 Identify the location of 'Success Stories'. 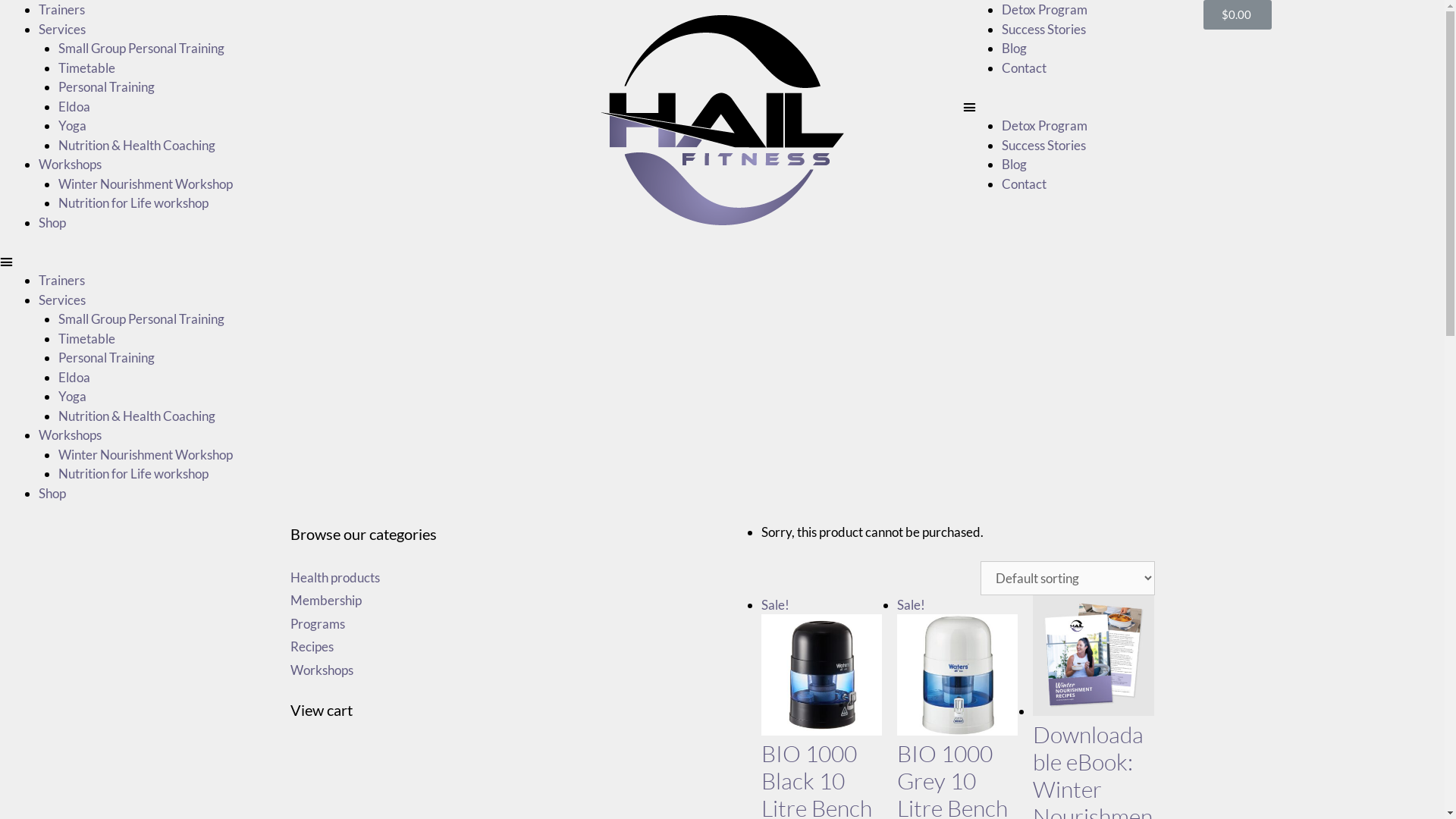
(1043, 29).